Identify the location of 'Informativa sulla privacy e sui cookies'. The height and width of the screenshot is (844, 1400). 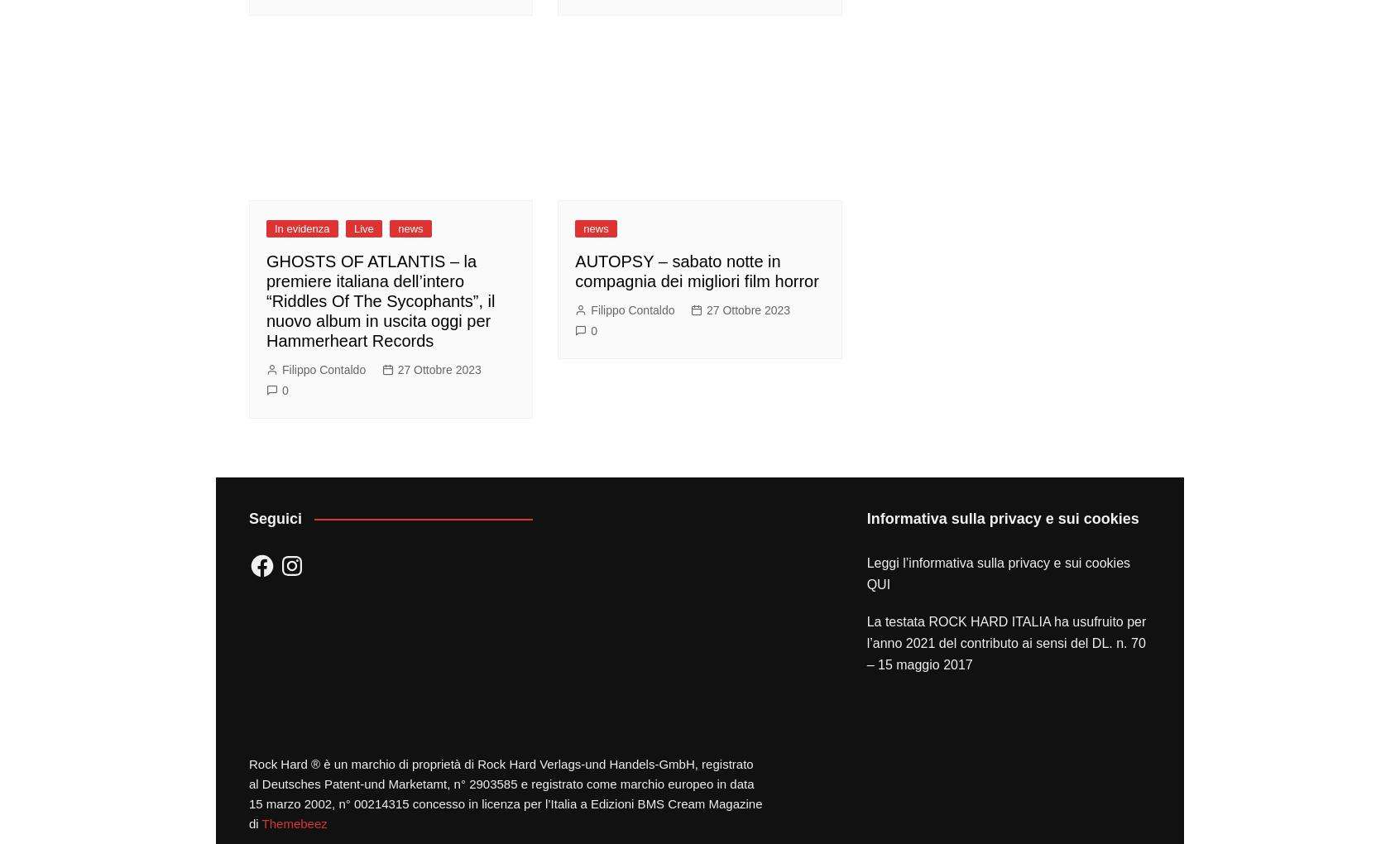
(1002, 516).